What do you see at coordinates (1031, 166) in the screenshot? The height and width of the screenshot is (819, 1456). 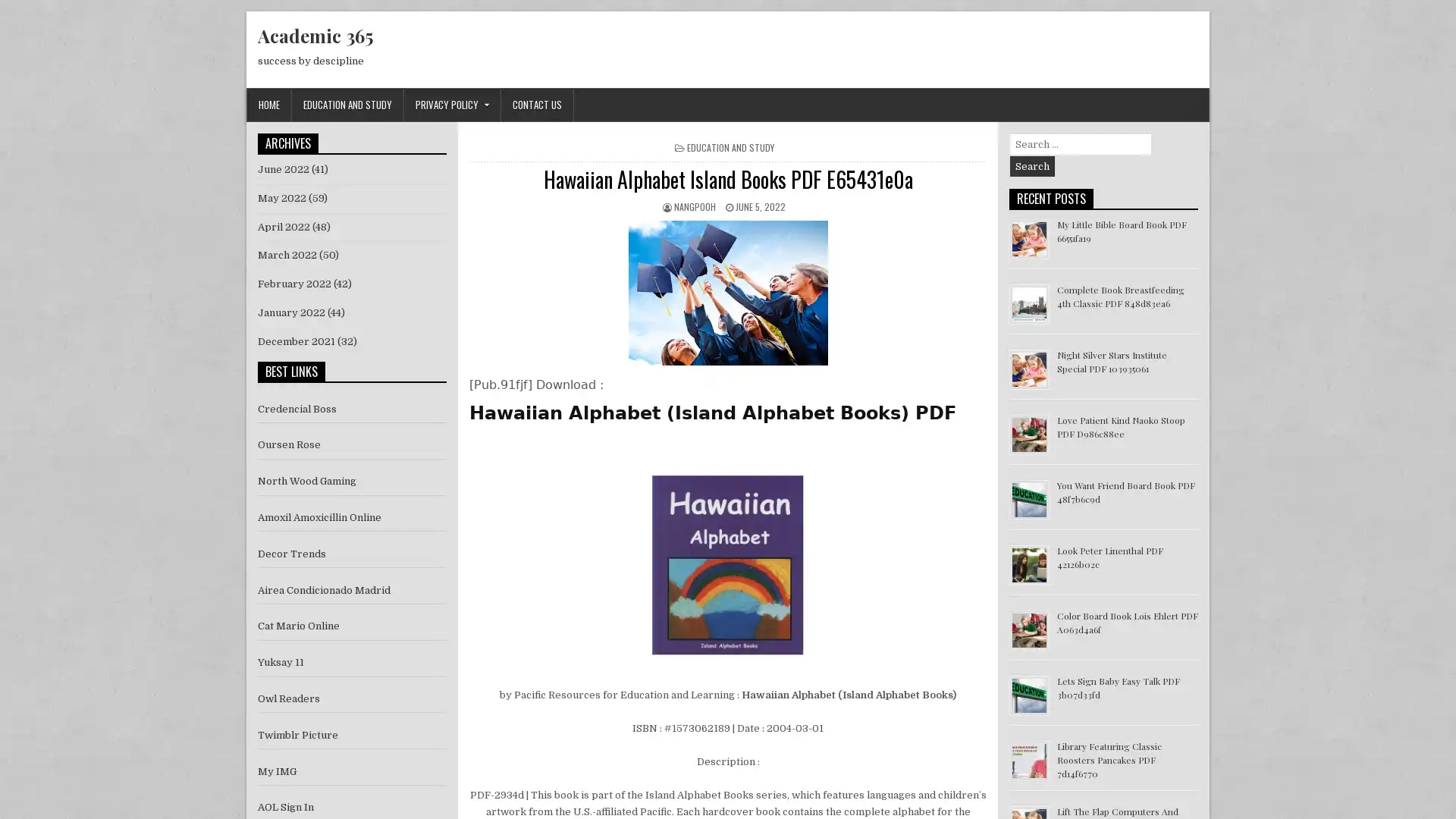 I see `Search` at bounding box center [1031, 166].